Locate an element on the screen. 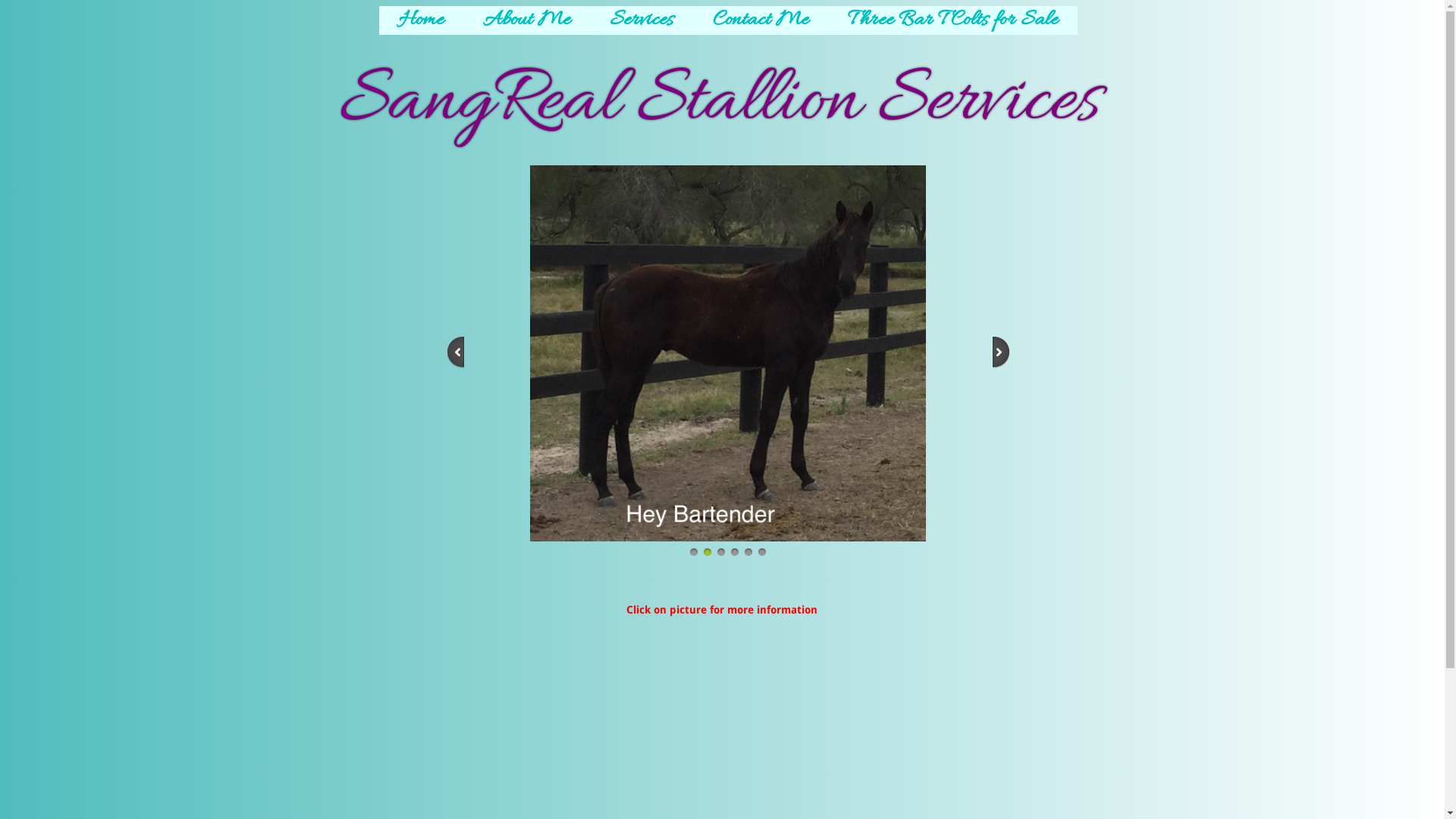  'Contact Me' is located at coordinates (692, 20).